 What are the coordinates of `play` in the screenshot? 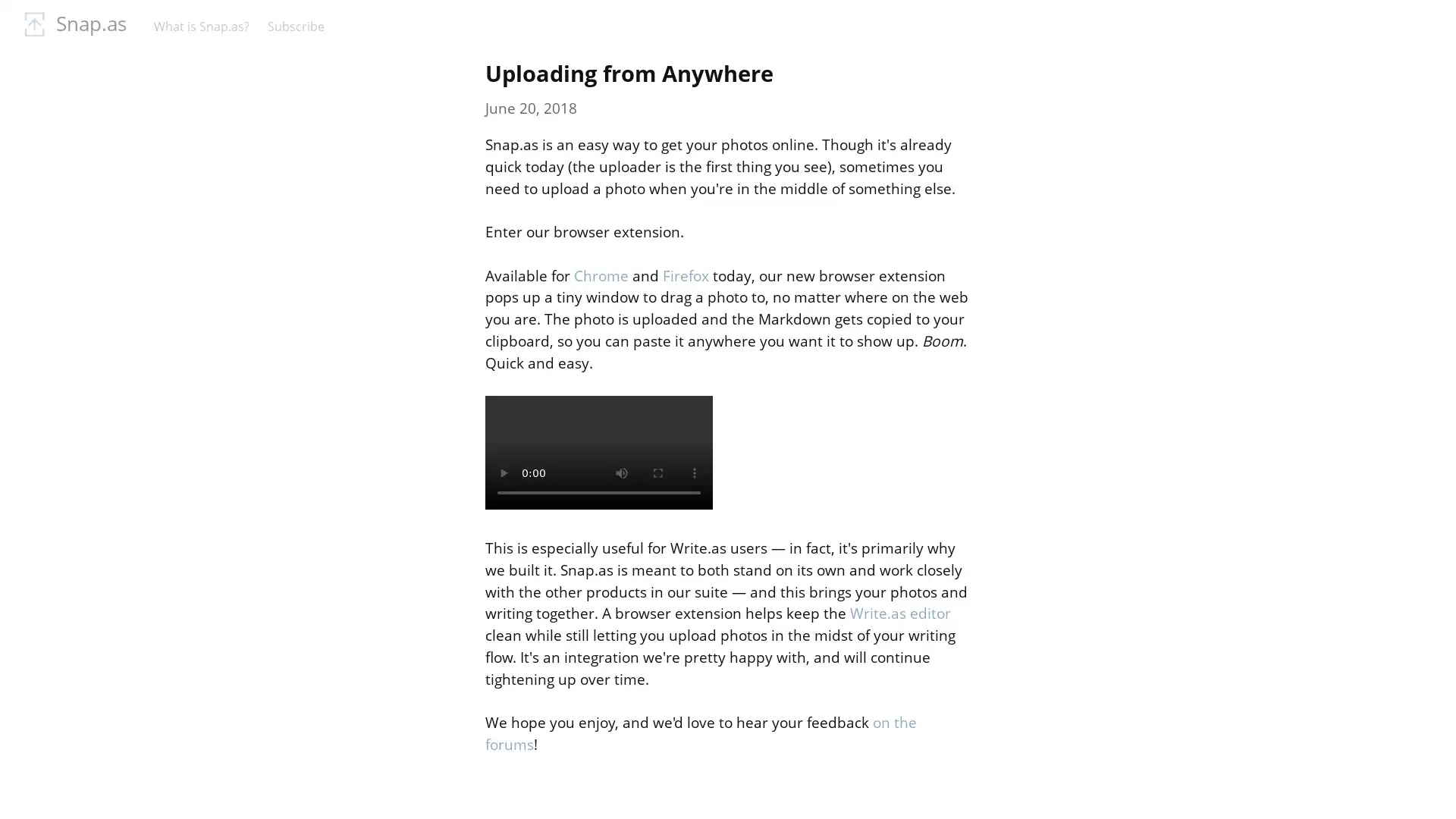 It's located at (503, 472).